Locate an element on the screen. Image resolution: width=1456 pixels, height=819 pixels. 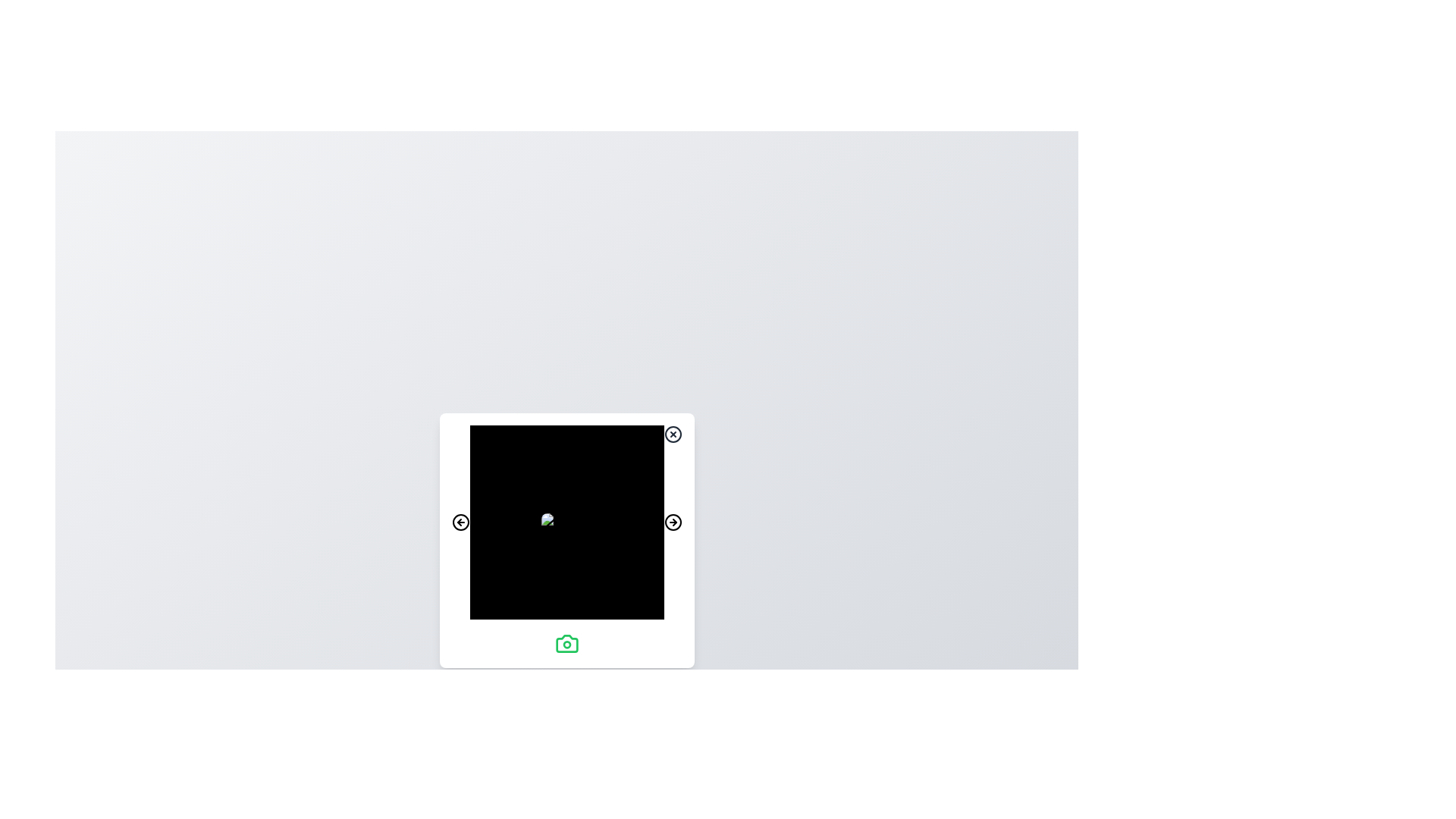
the camera icon located at the bottom-center of the interface is located at coordinates (566, 643).